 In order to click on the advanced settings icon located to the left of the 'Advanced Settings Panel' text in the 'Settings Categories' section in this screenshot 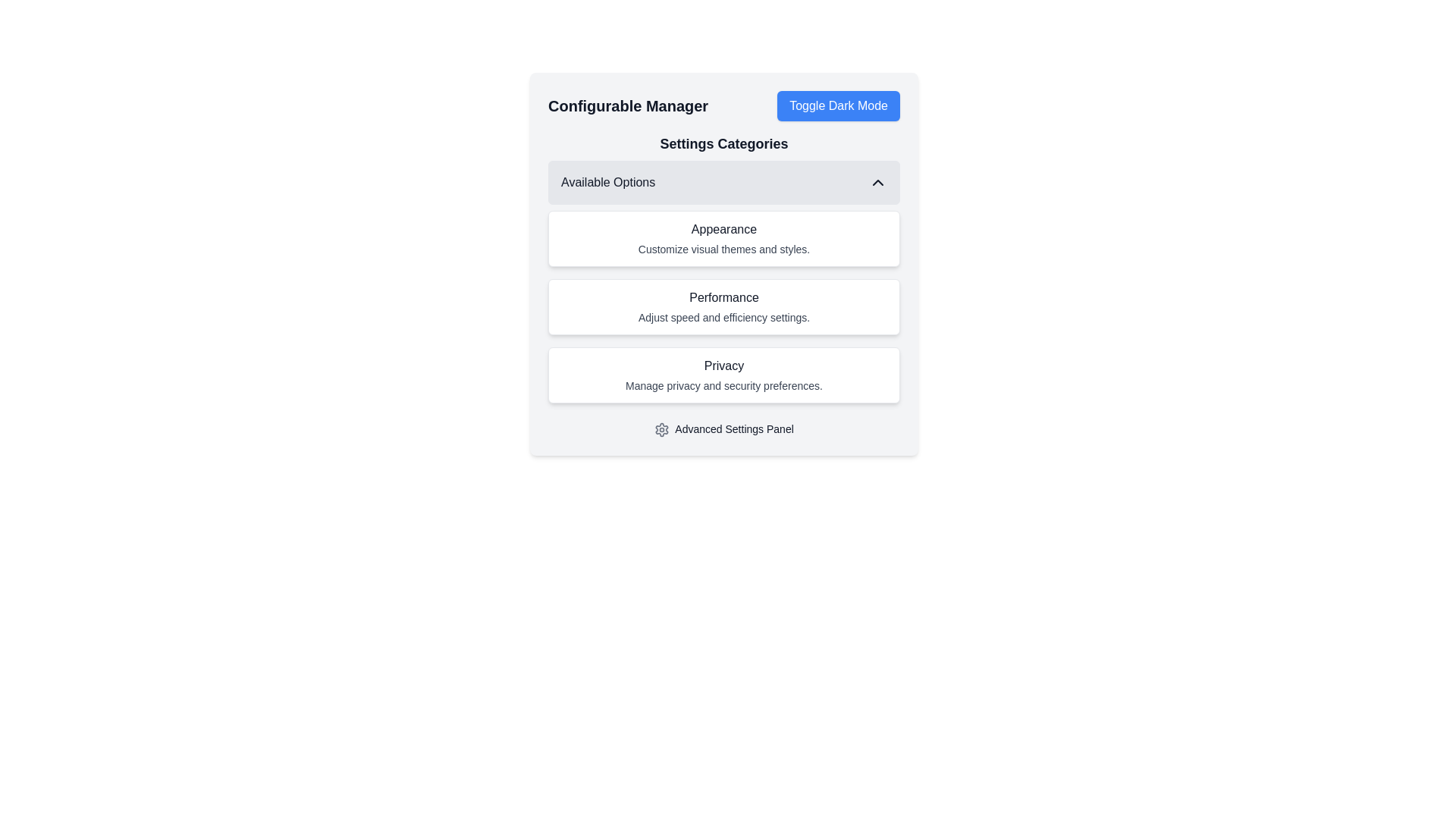, I will do `click(662, 430)`.